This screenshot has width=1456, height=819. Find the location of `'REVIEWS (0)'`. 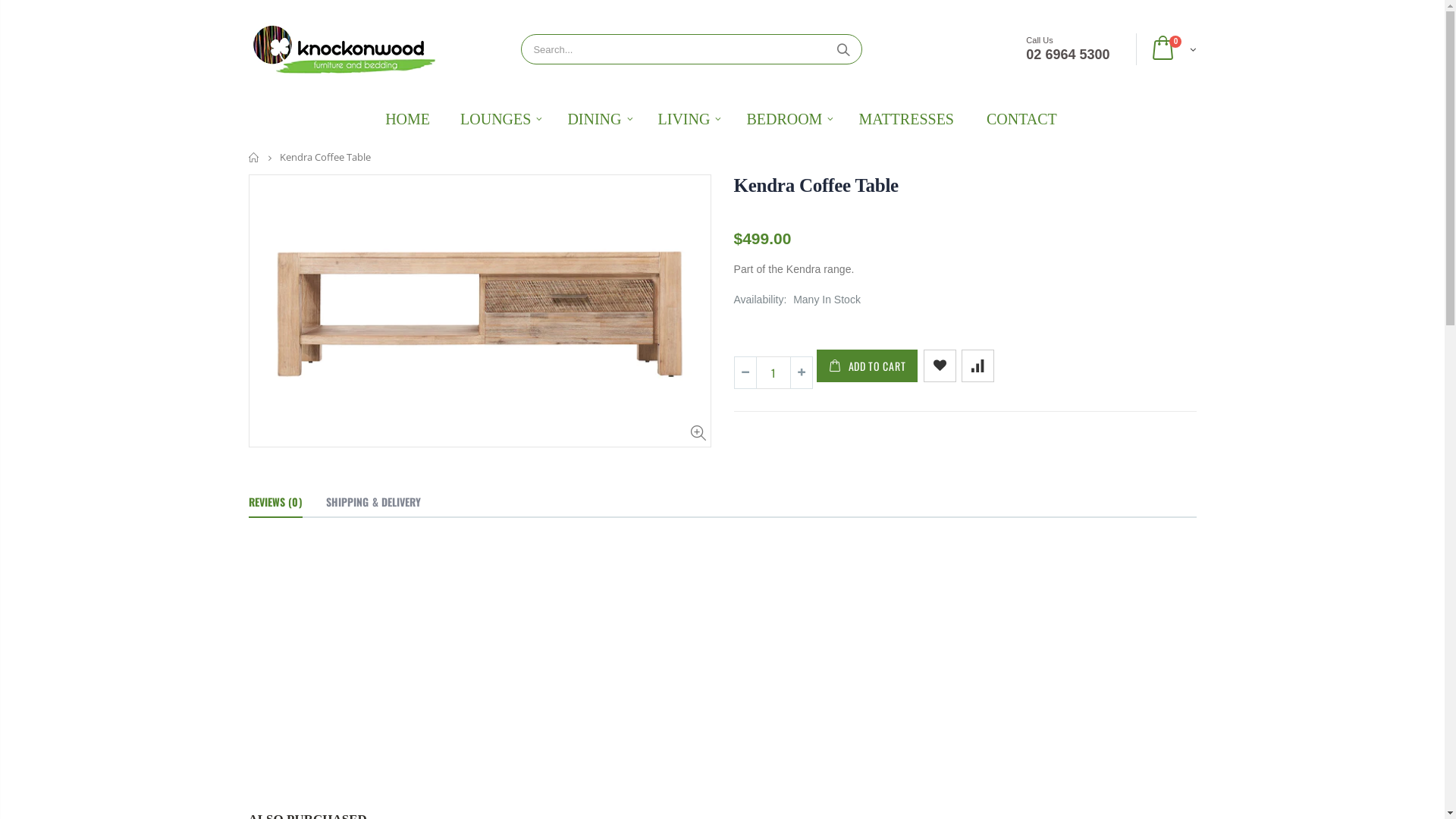

'REVIEWS (0)' is located at coordinates (275, 503).